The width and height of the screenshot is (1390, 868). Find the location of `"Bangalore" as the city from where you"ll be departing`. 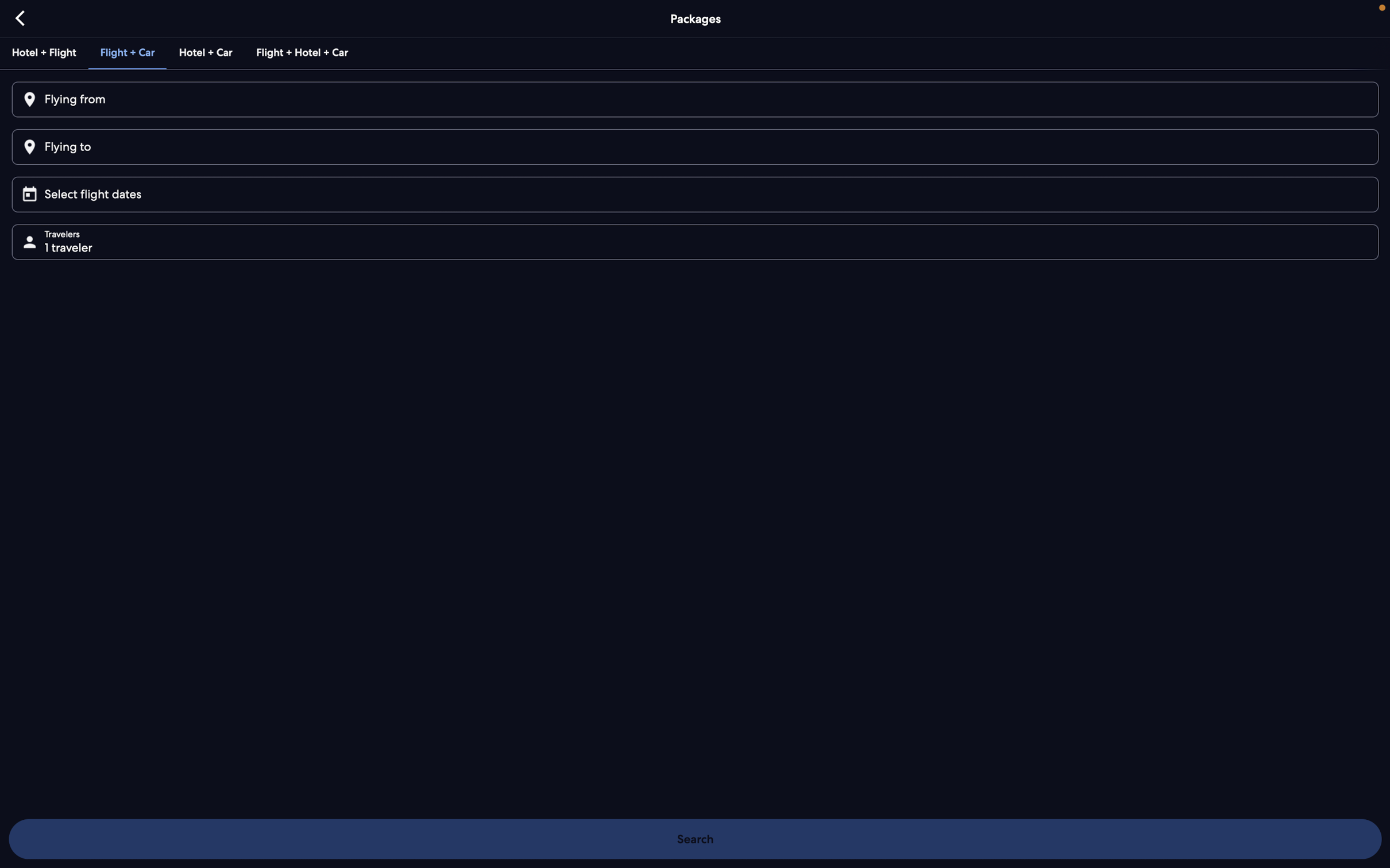

"Bangalore" as the city from where you"ll be departing is located at coordinates (693, 100).